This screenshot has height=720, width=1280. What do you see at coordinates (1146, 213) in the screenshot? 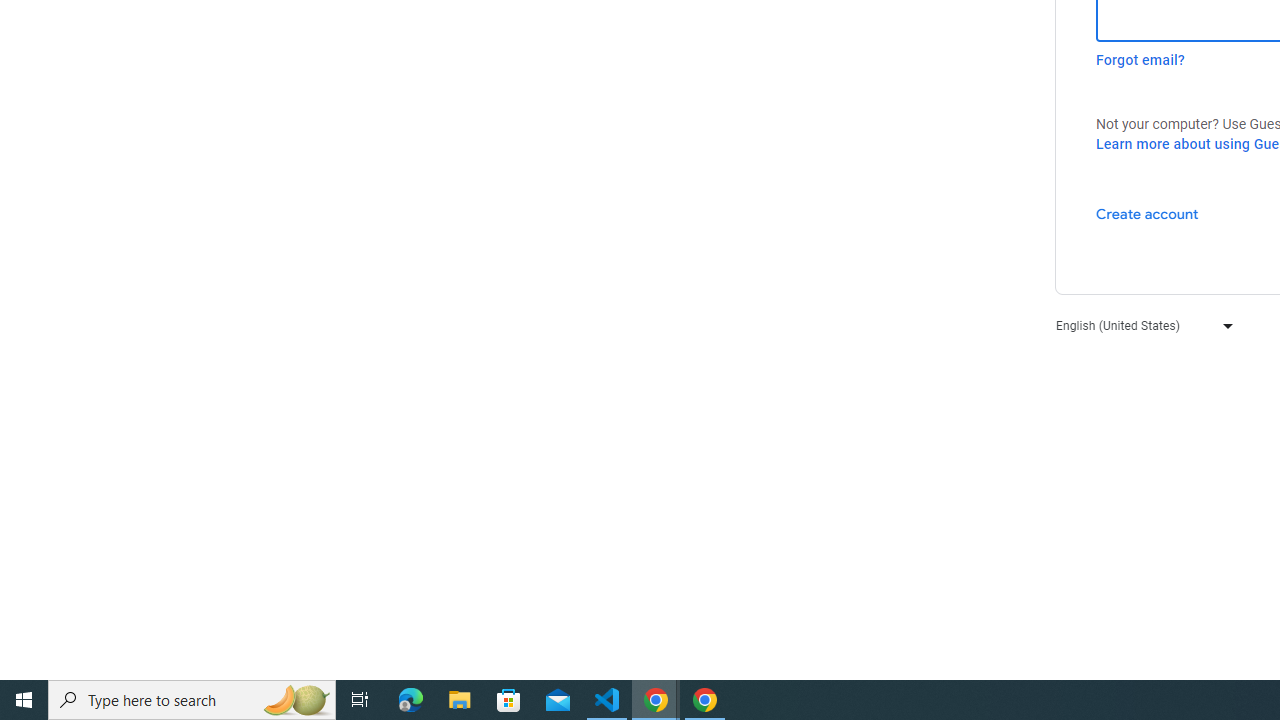
I see `'Create account'` at bounding box center [1146, 213].